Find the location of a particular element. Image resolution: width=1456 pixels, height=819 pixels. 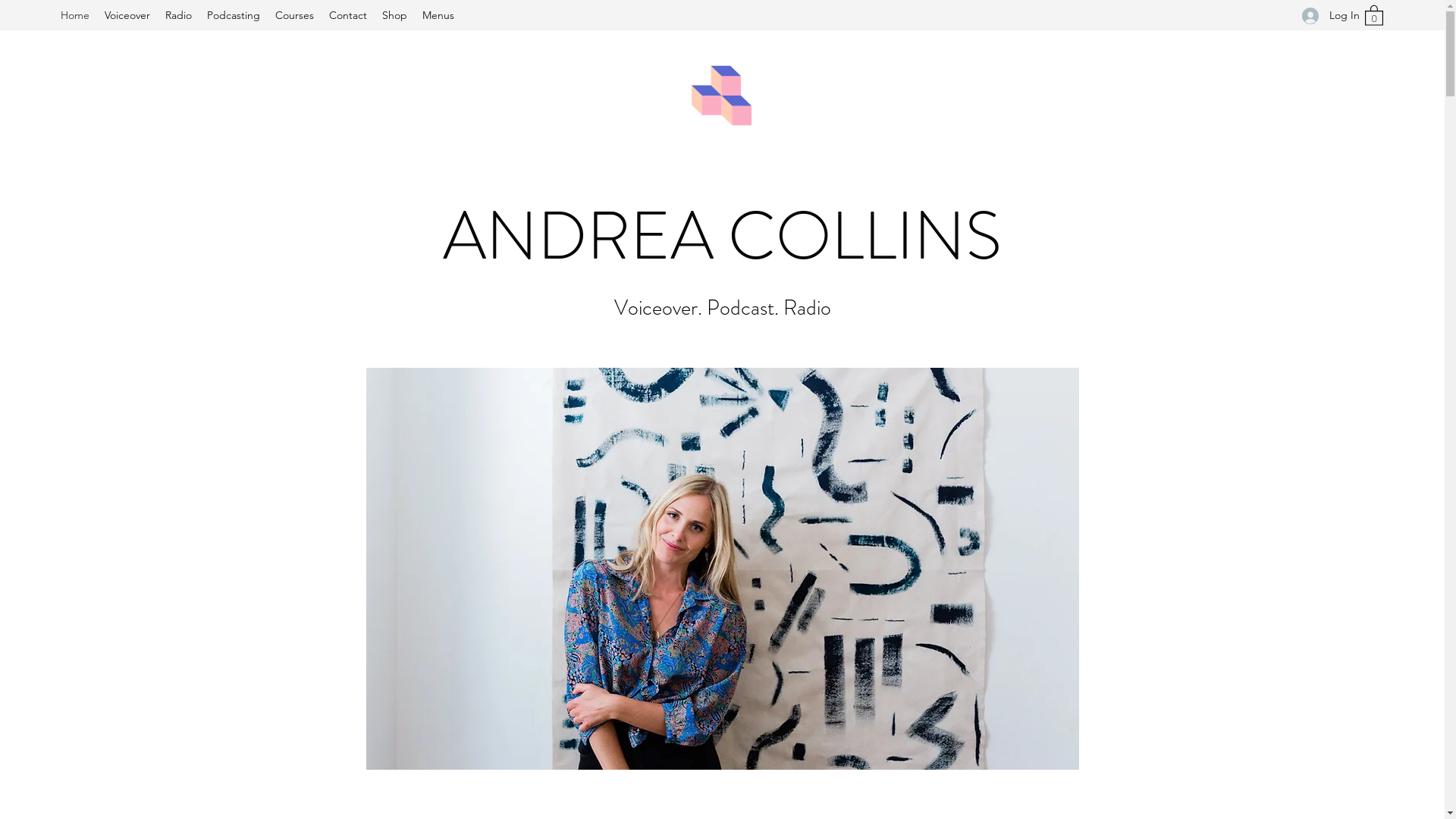

'Courses' is located at coordinates (268, 14).